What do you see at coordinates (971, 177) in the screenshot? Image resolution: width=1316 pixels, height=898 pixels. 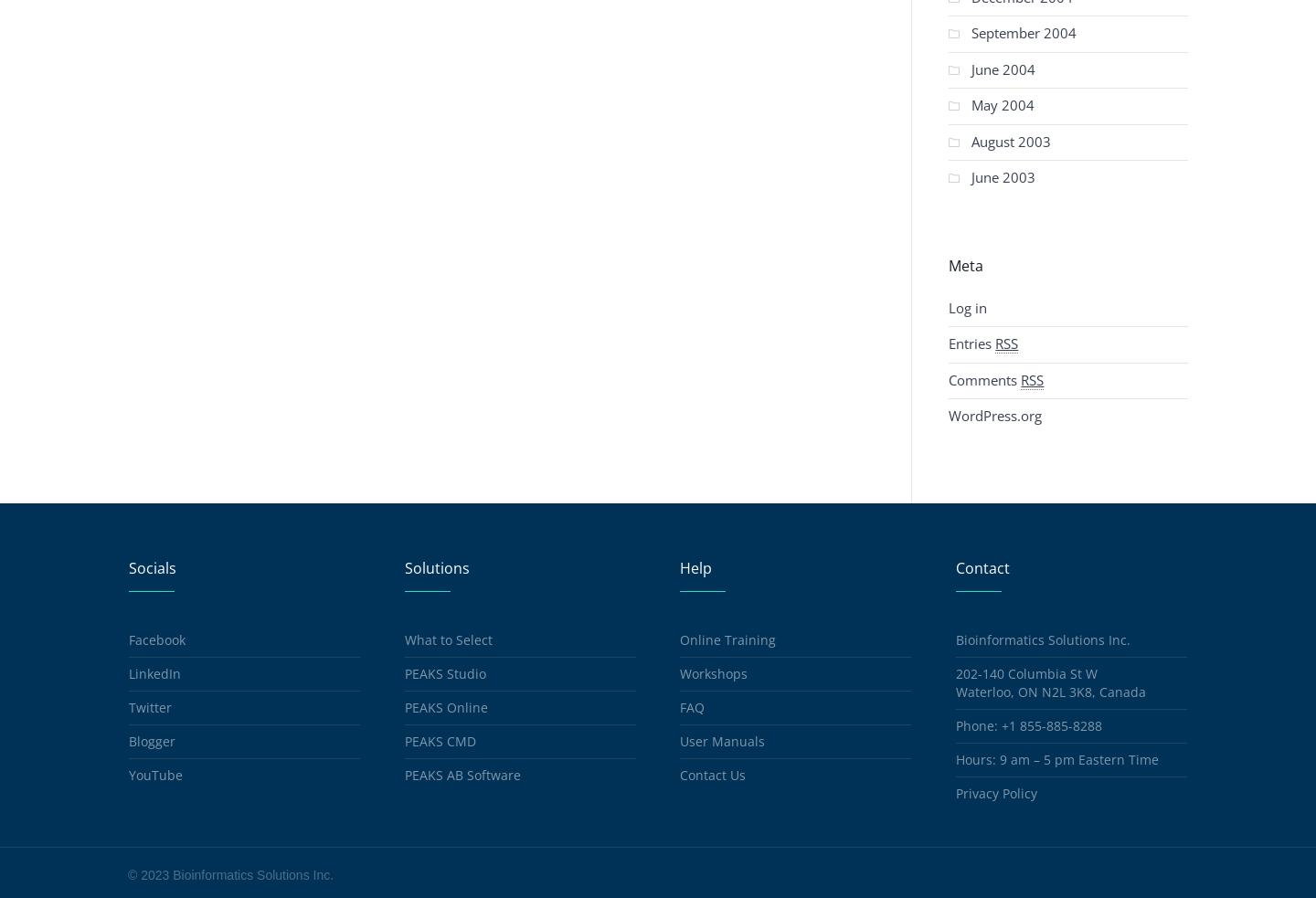 I see `'June 2003'` at bounding box center [971, 177].